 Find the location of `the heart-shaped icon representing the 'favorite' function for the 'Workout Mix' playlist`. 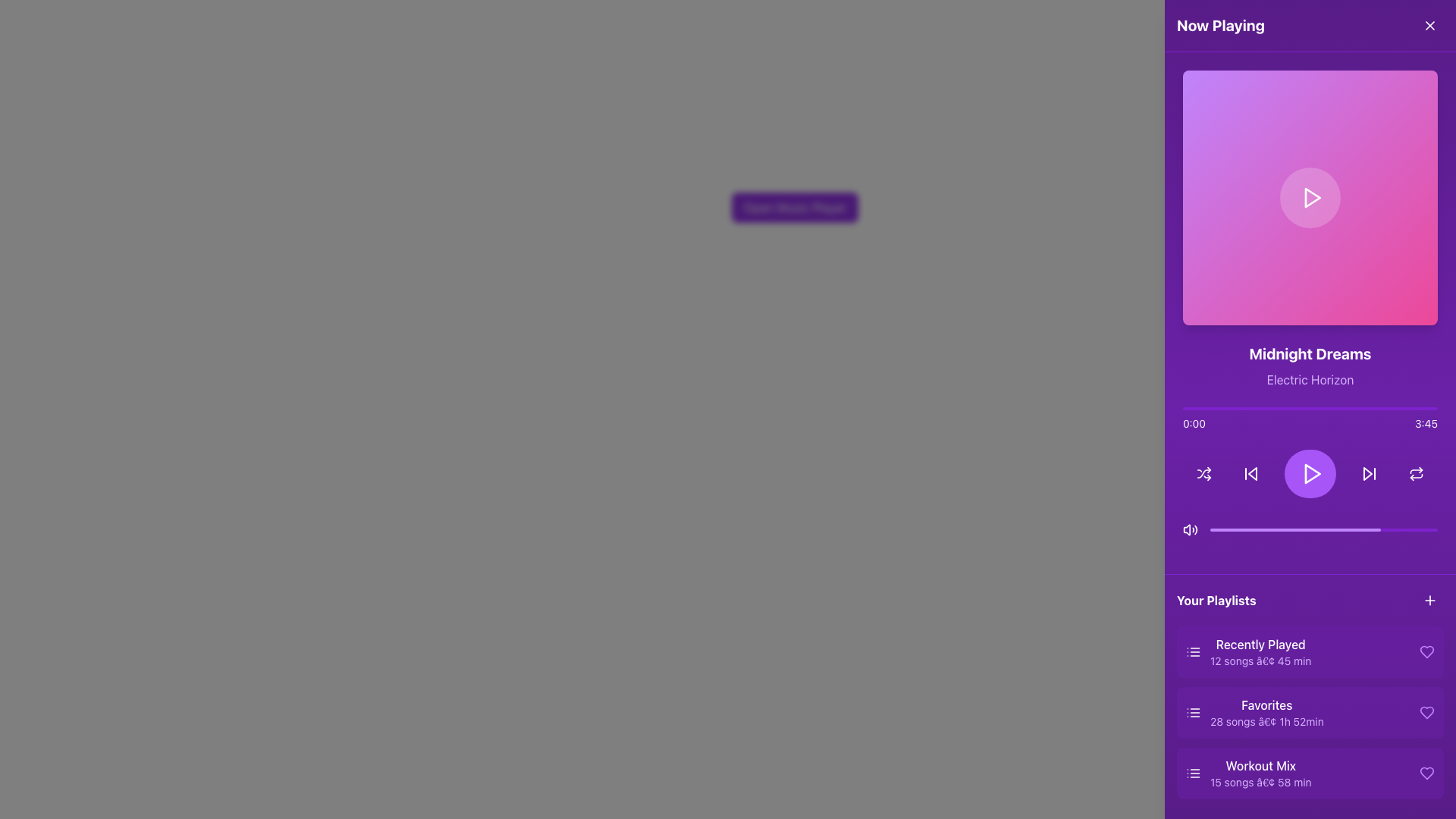

the heart-shaped icon representing the 'favorite' function for the 'Workout Mix' playlist is located at coordinates (1426, 773).